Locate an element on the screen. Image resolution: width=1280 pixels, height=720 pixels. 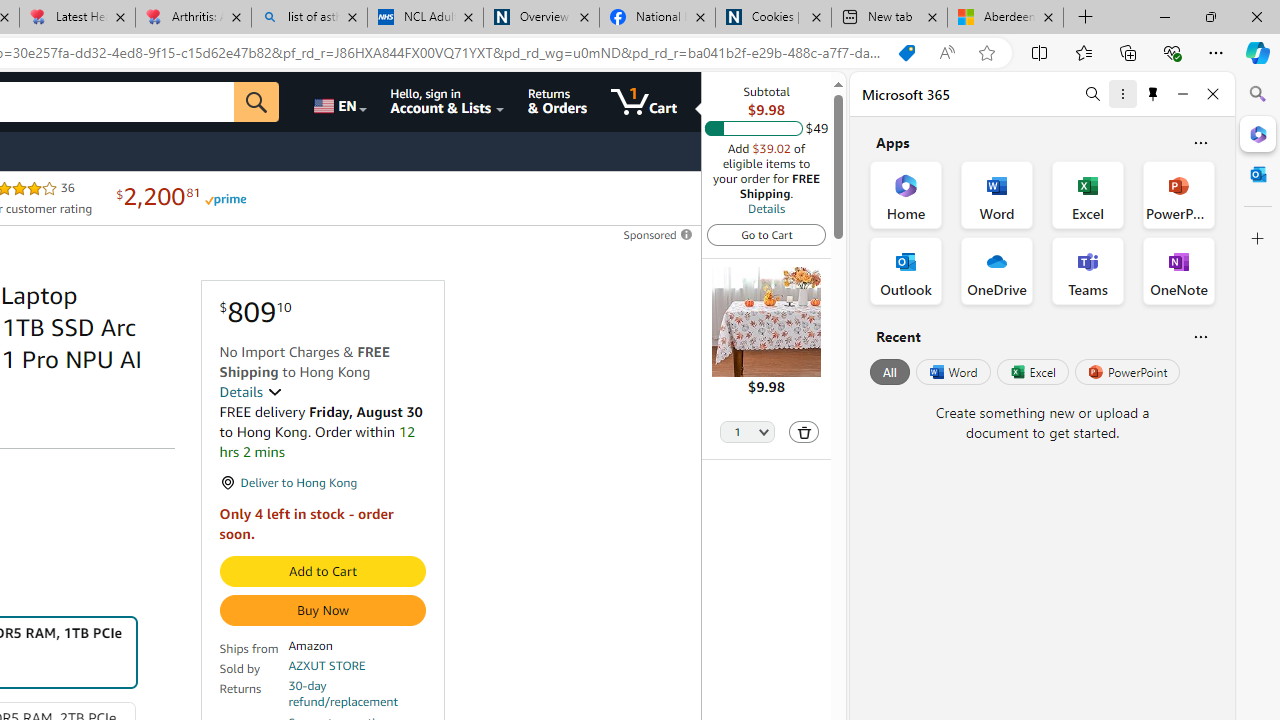
'Delete' is located at coordinates (804, 431).